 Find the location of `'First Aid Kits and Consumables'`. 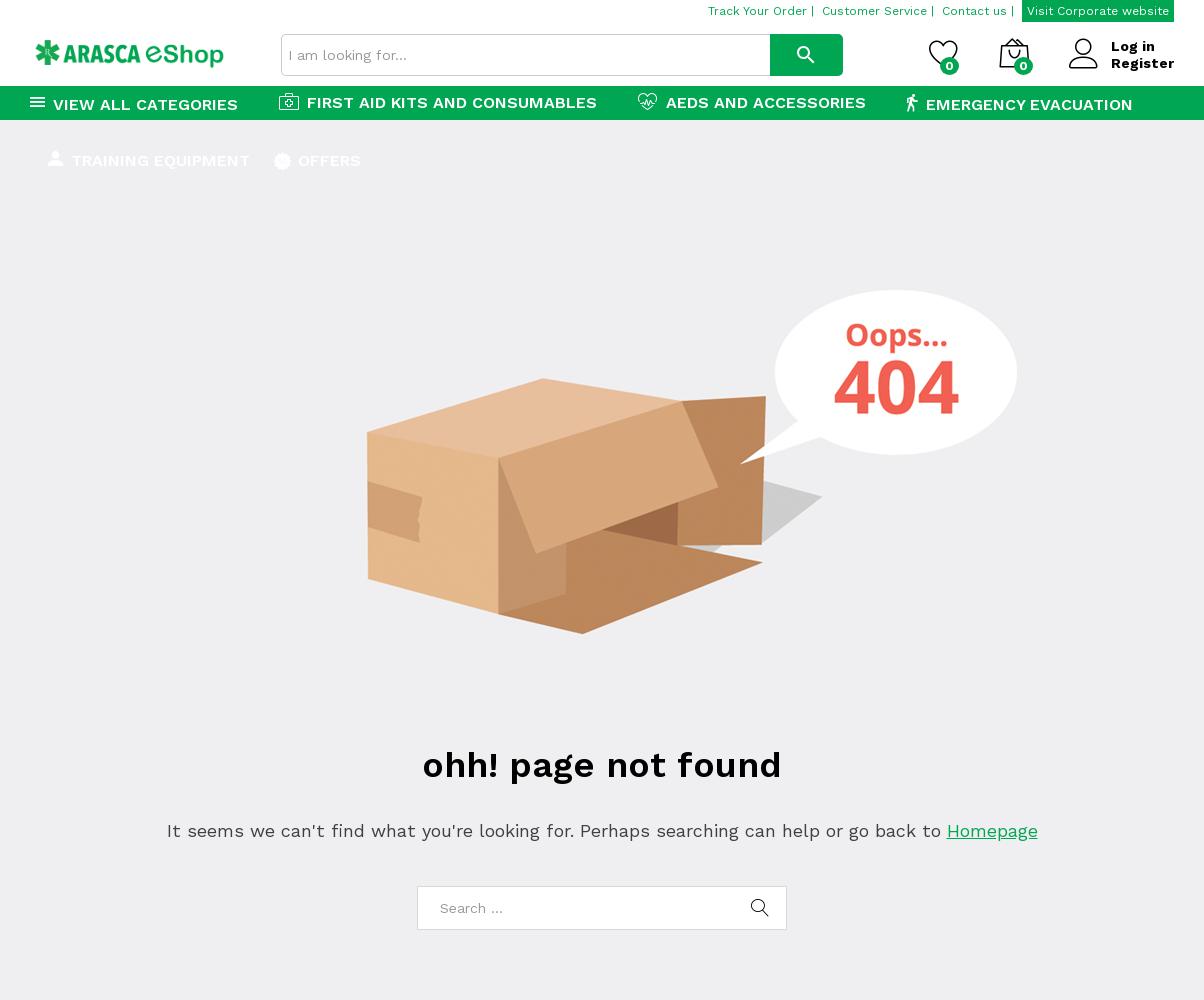

'First Aid Kits and Consumables' is located at coordinates (307, 101).